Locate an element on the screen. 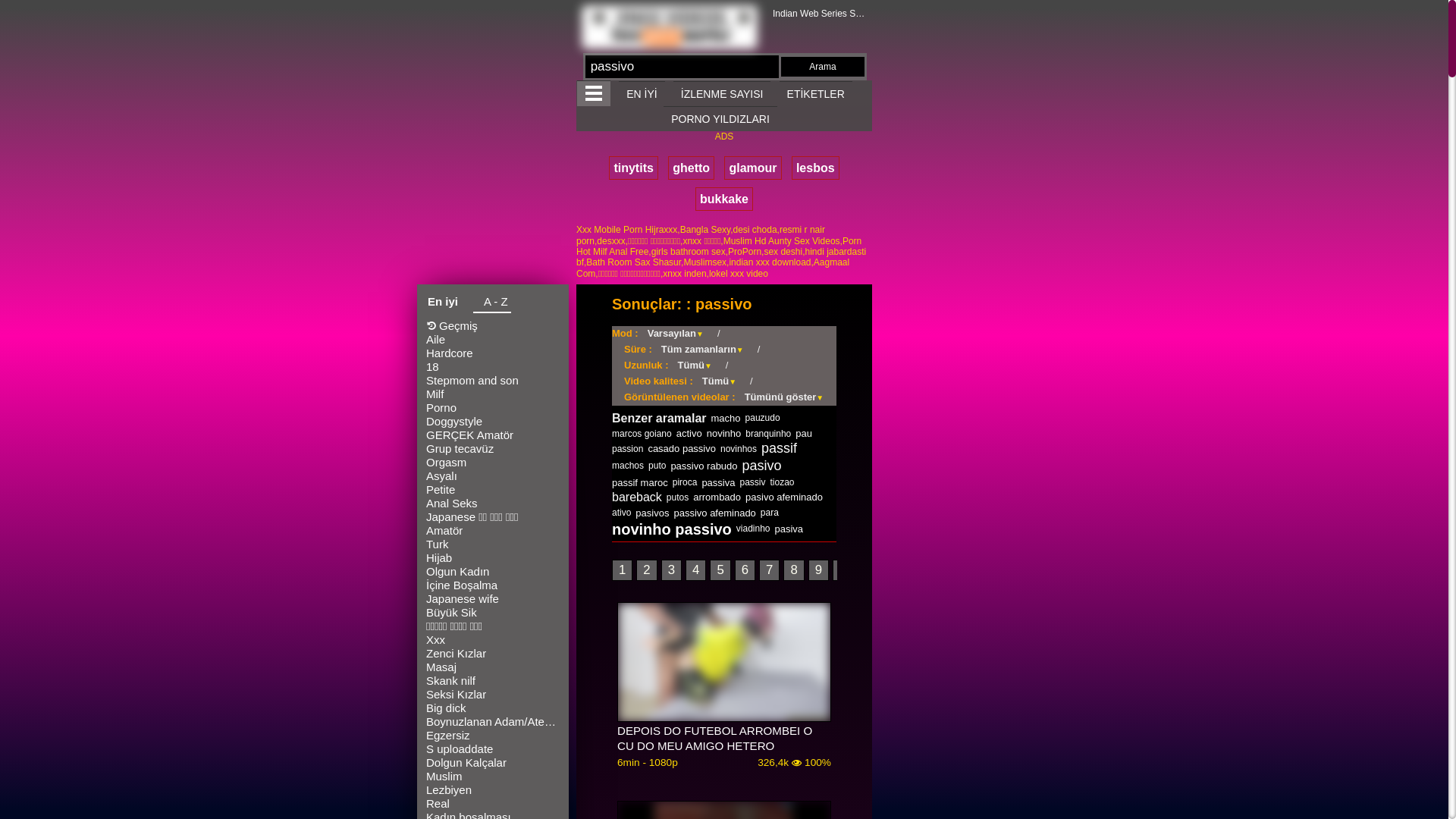  'passivo afeminado' is located at coordinates (713, 512).